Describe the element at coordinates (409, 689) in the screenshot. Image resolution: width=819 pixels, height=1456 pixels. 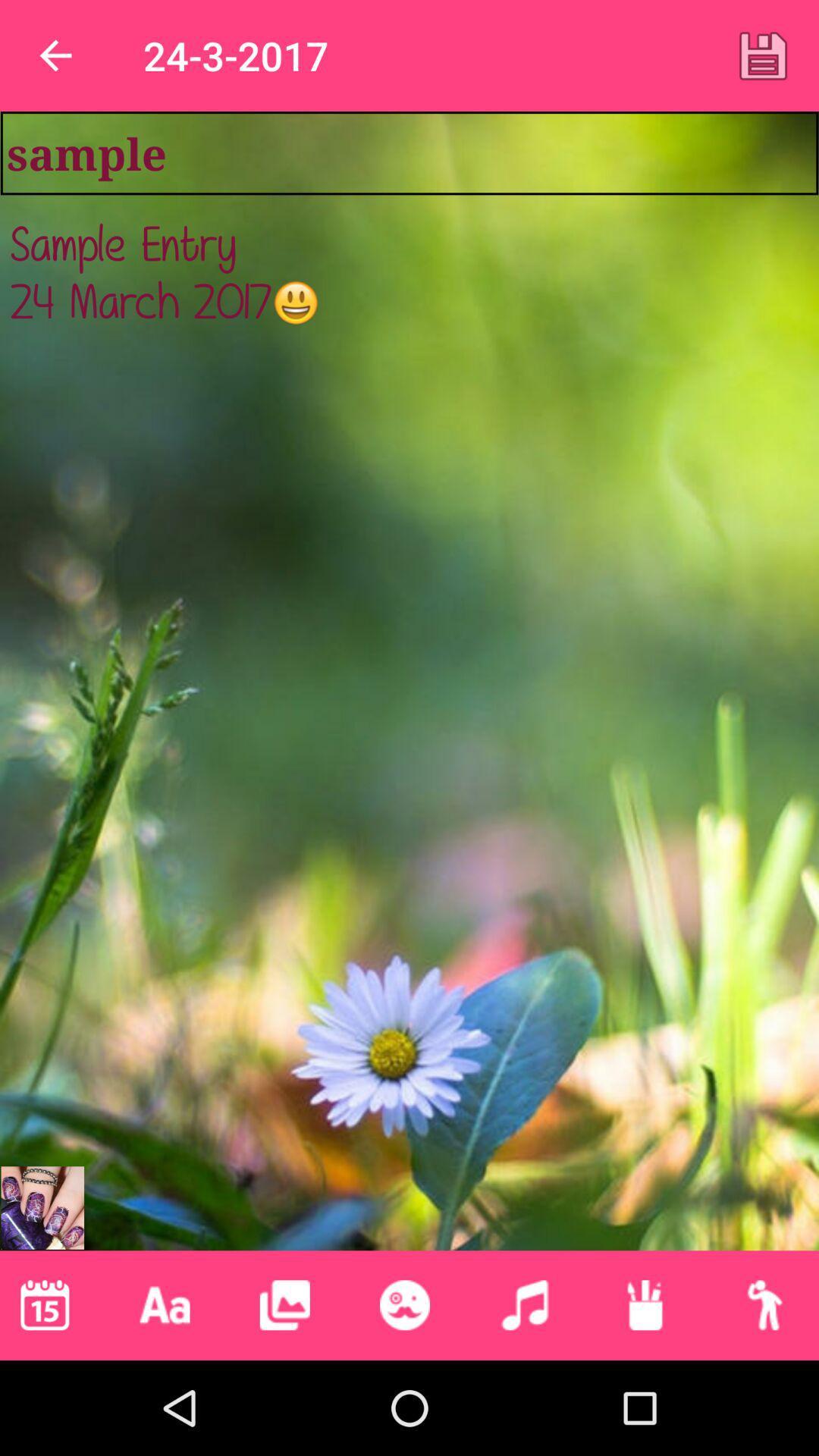
I see `the sample entry 24` at that location.